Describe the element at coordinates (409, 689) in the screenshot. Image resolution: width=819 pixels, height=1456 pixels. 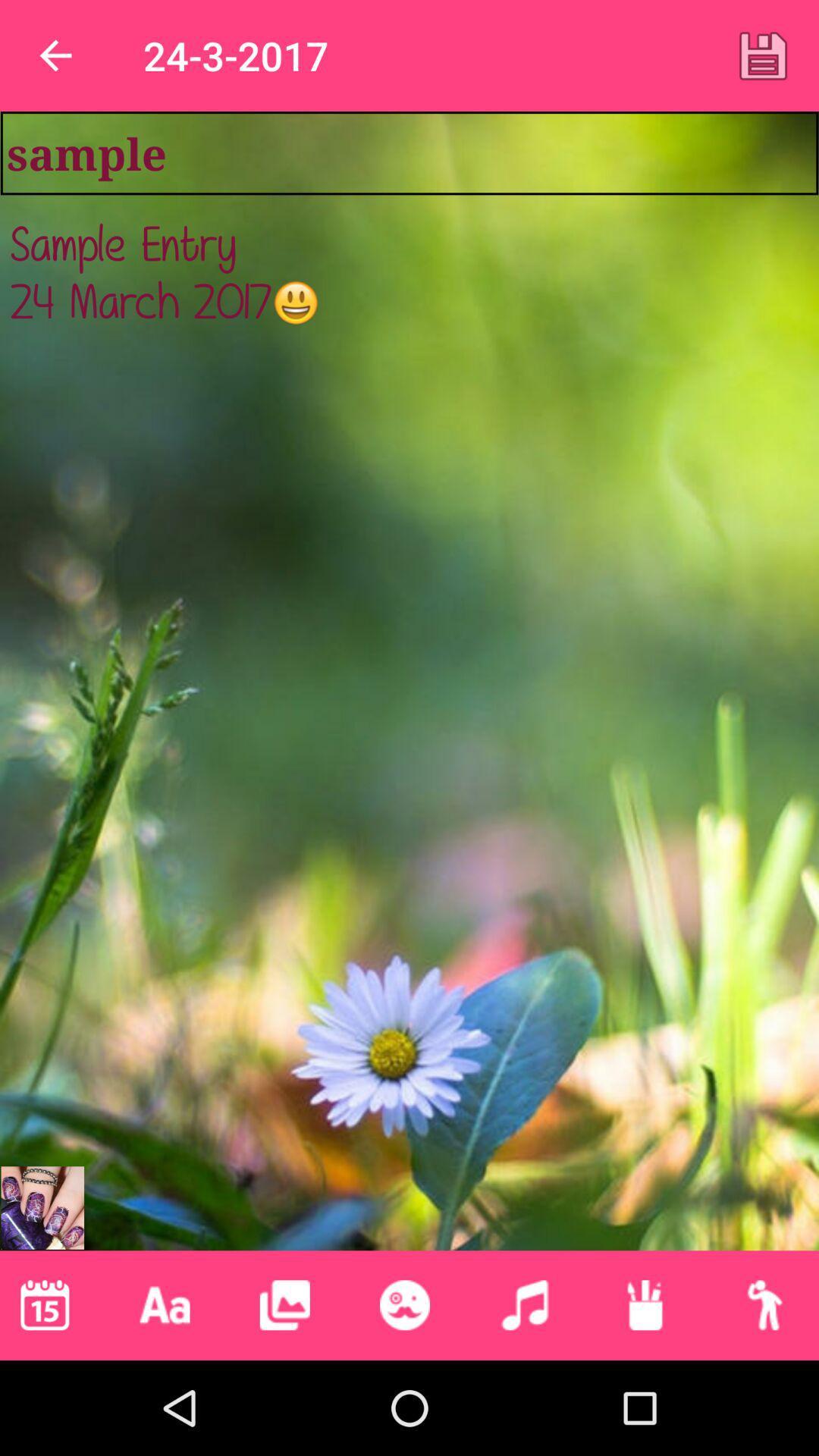
I see `the sample entry 24` at that location.